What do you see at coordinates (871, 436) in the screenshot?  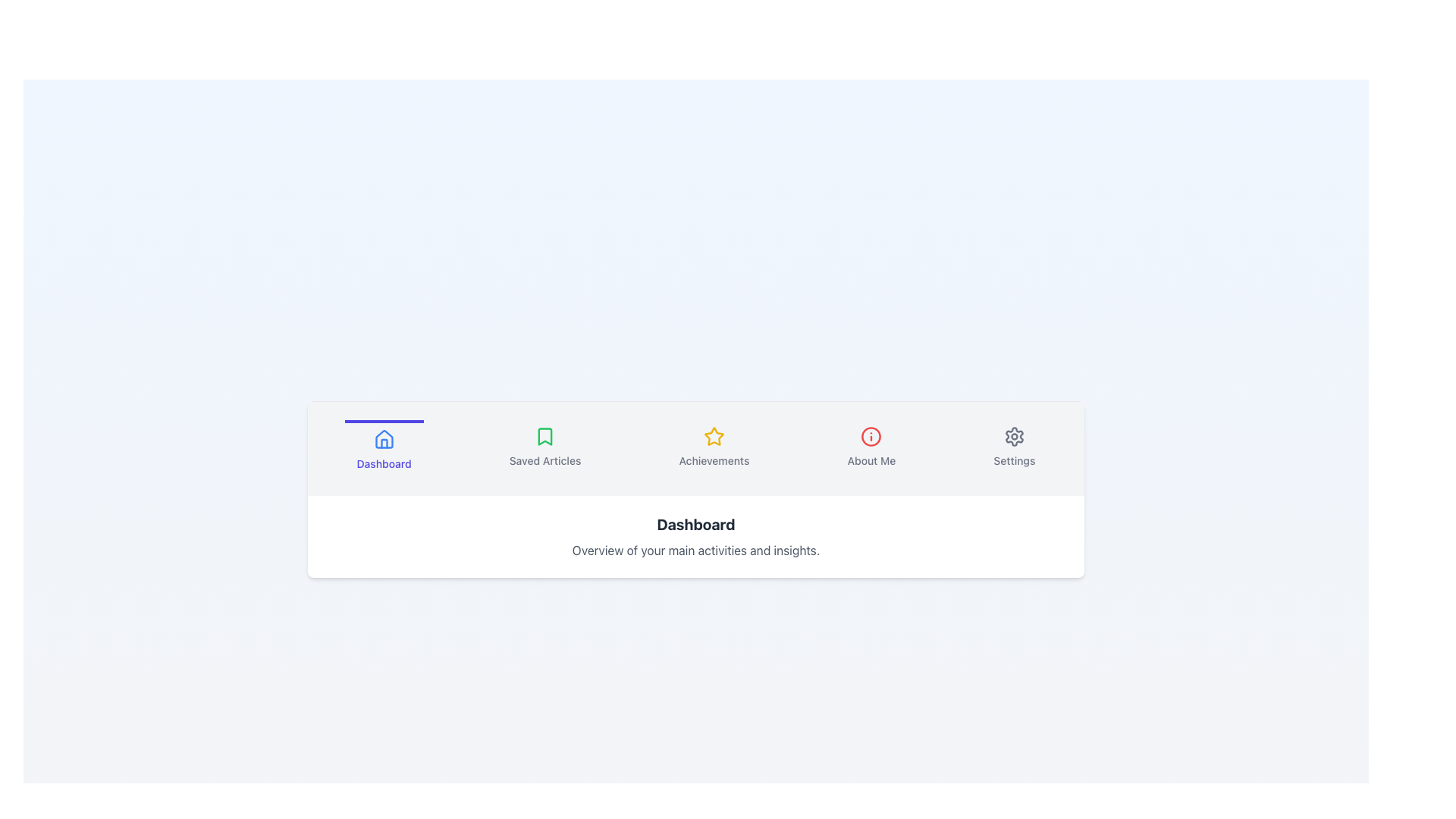 I see `the informational icon located in the navigation bar above the 'About Me' text label` at bounding box center [871, 436].